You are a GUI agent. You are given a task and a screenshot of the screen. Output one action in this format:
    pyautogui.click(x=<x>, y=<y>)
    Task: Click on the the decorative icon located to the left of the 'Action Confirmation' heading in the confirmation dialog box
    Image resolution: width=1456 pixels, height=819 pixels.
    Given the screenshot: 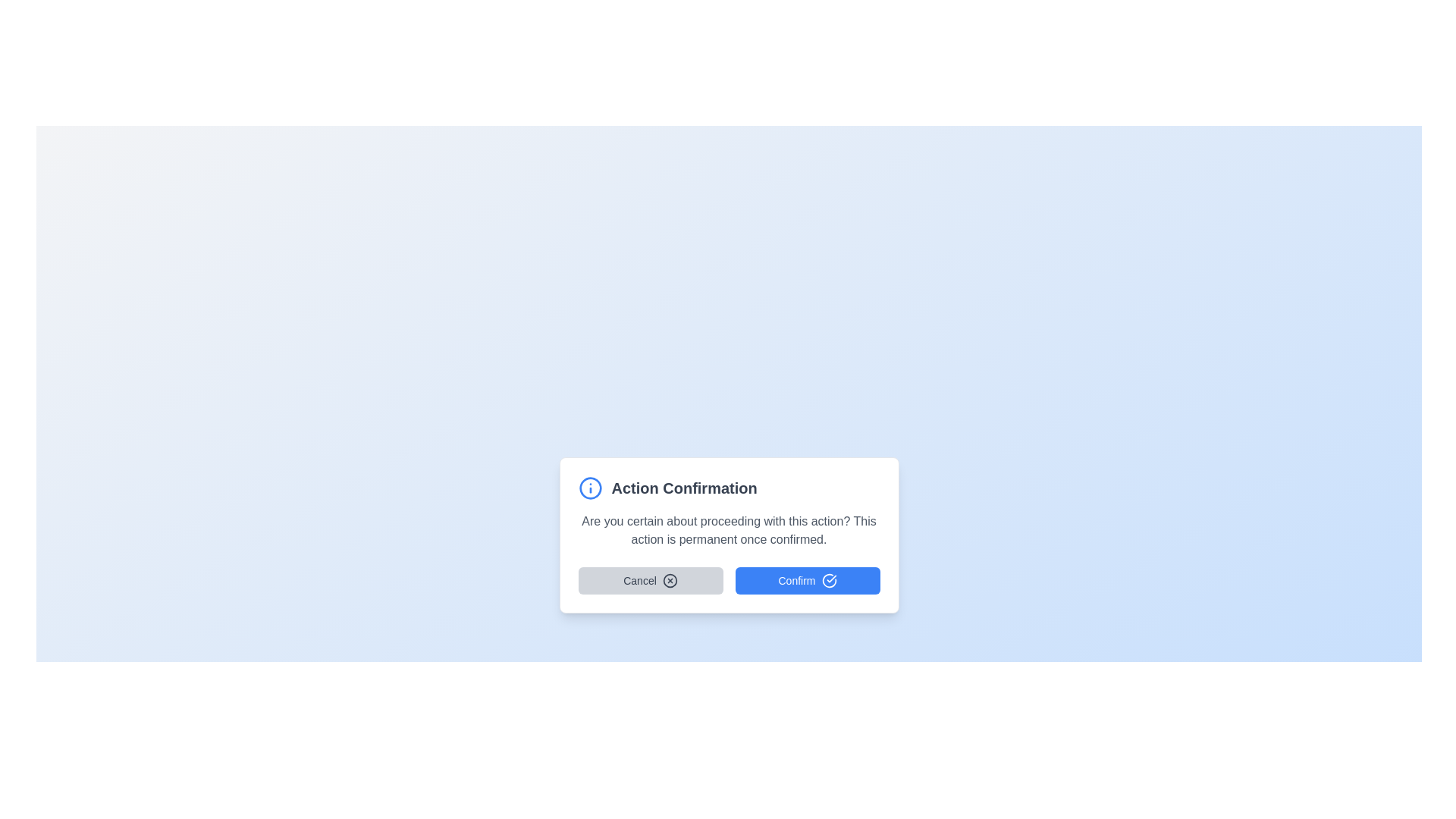 What is the action you would take?
    pyautogui.click(x=589, y=488)
    